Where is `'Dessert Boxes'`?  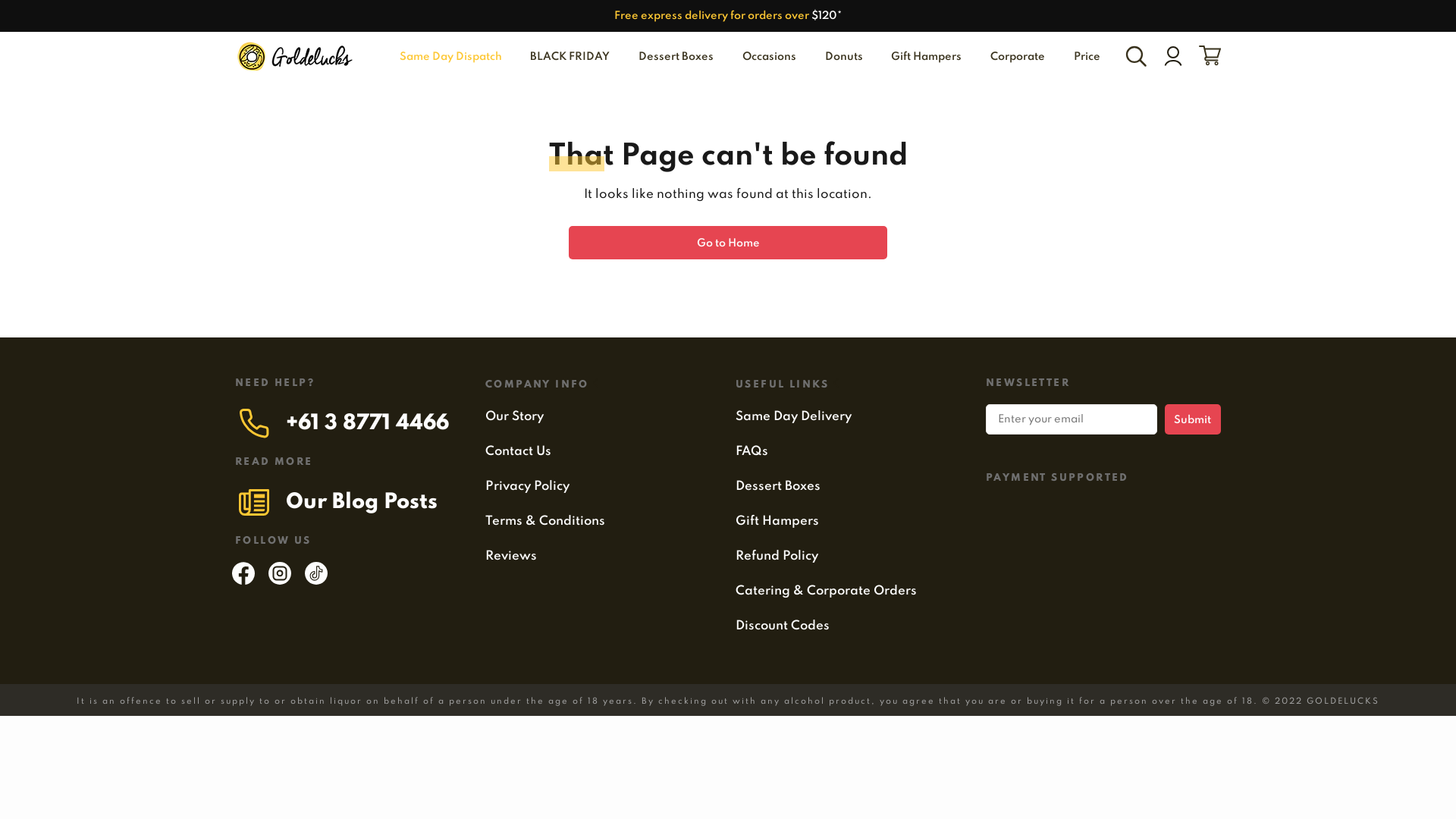 'Dessert Boxes' is located at coordinates (632, 56).